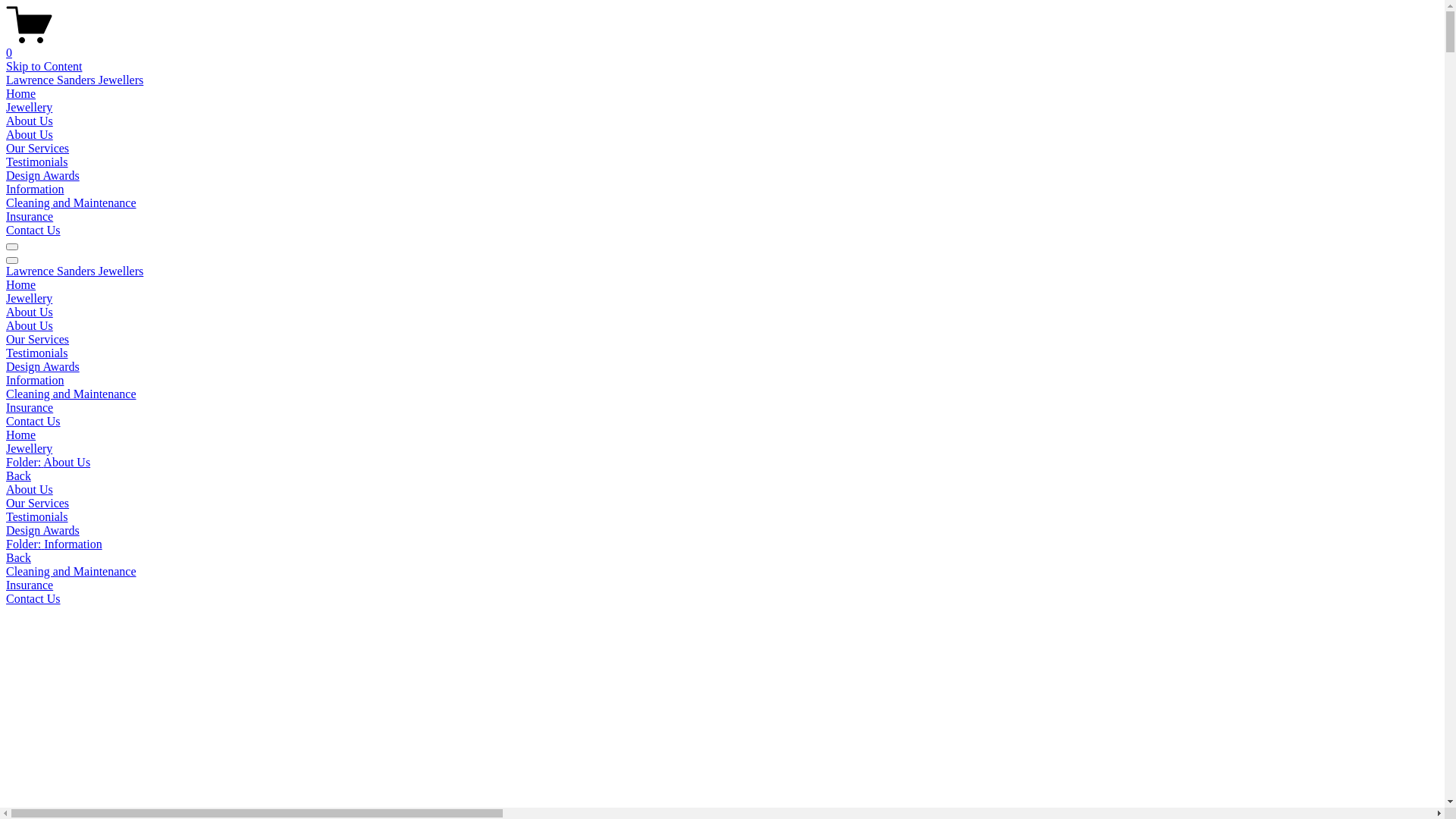 The width and height of the screenshot is (1456, 819). Describe the element at coordinates (721, 503) in the screenshot. I see `'Our Services'` at that location.